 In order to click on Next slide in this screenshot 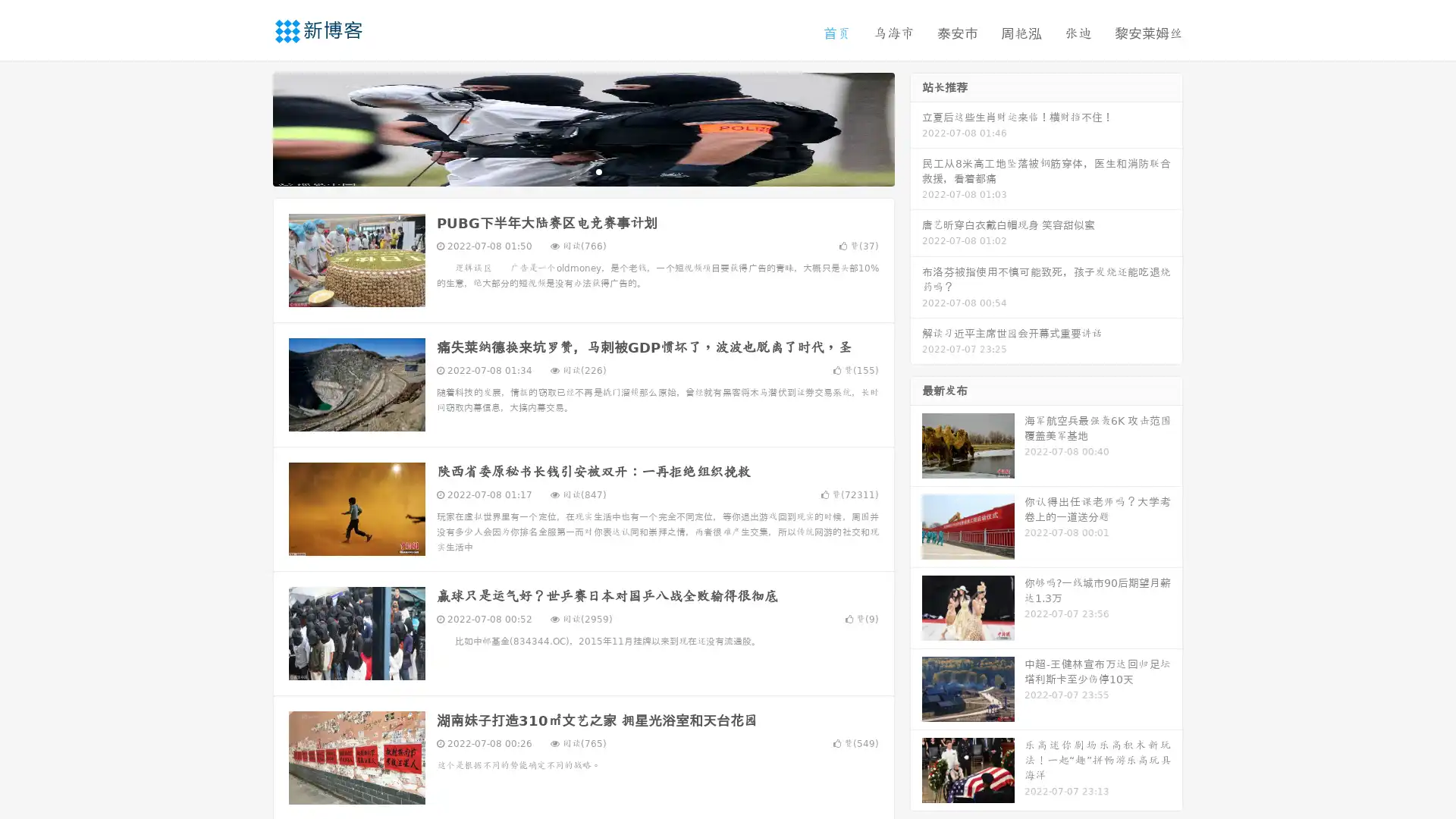, I will do `click(916, 127)`.